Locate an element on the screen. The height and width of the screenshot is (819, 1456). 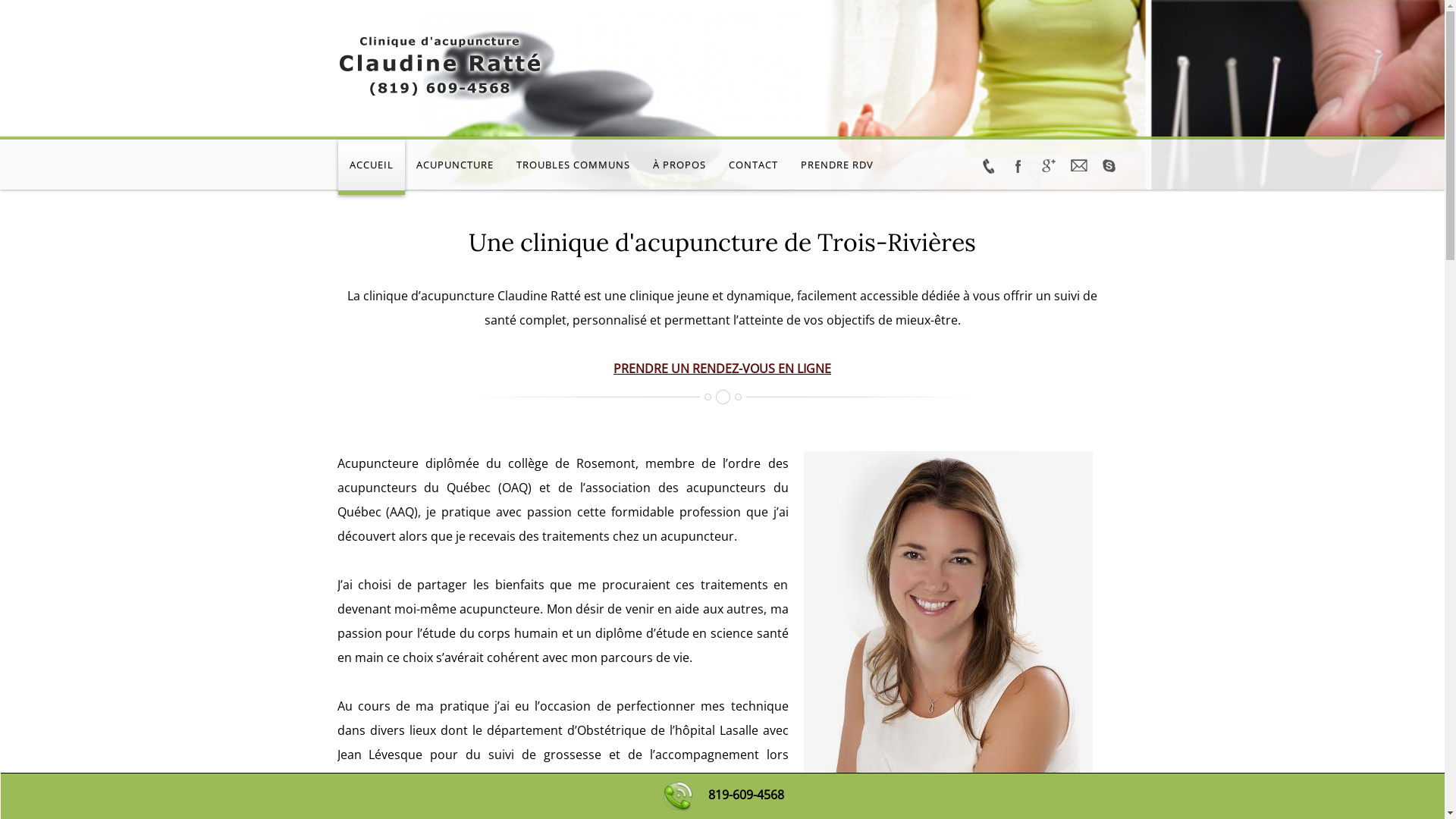
'CONTACT' is located at coordinates (716, 167).